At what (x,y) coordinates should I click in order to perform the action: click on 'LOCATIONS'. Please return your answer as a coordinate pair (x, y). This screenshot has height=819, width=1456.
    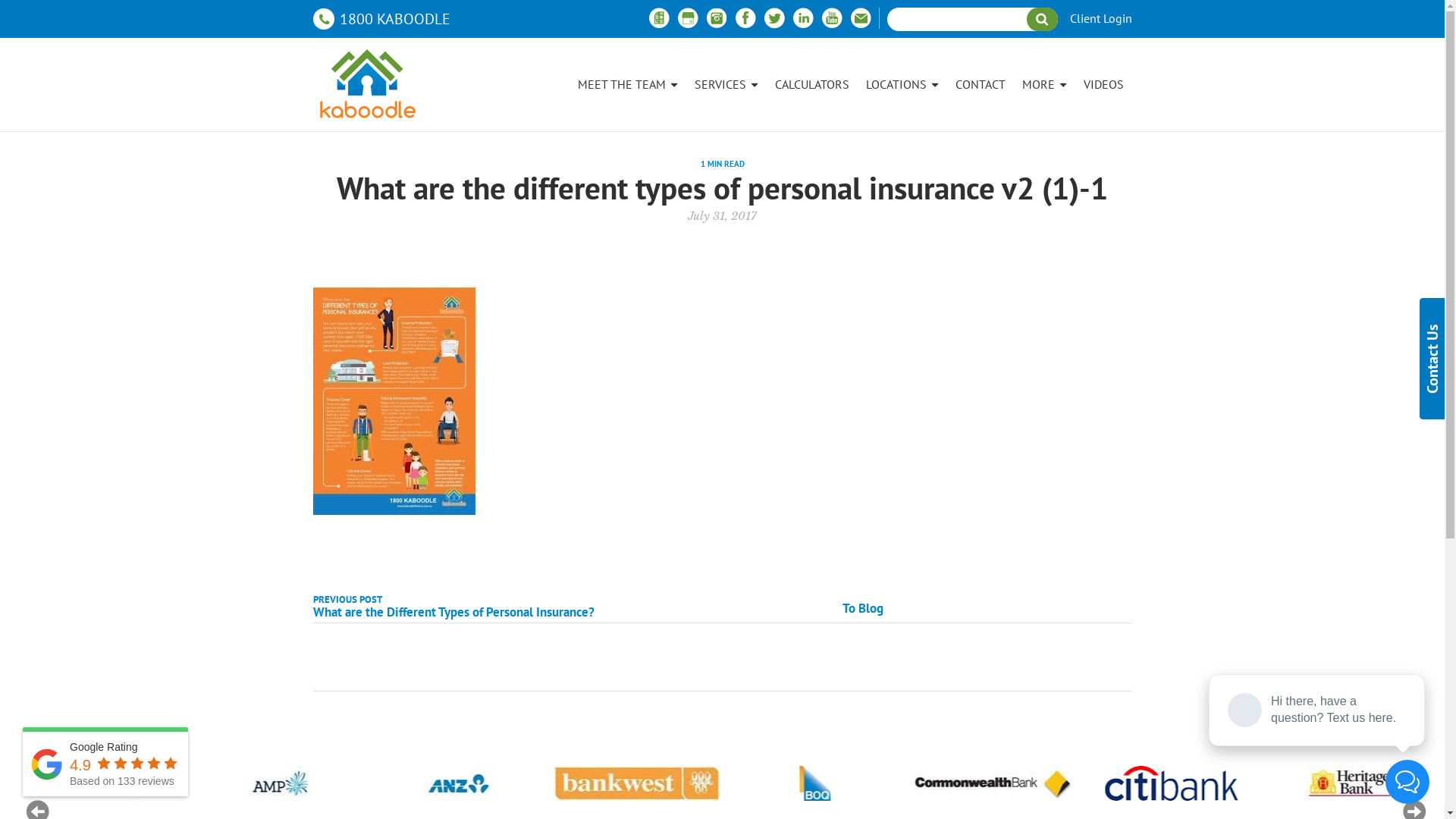
    Looking at the image, I should click on (902, 84).